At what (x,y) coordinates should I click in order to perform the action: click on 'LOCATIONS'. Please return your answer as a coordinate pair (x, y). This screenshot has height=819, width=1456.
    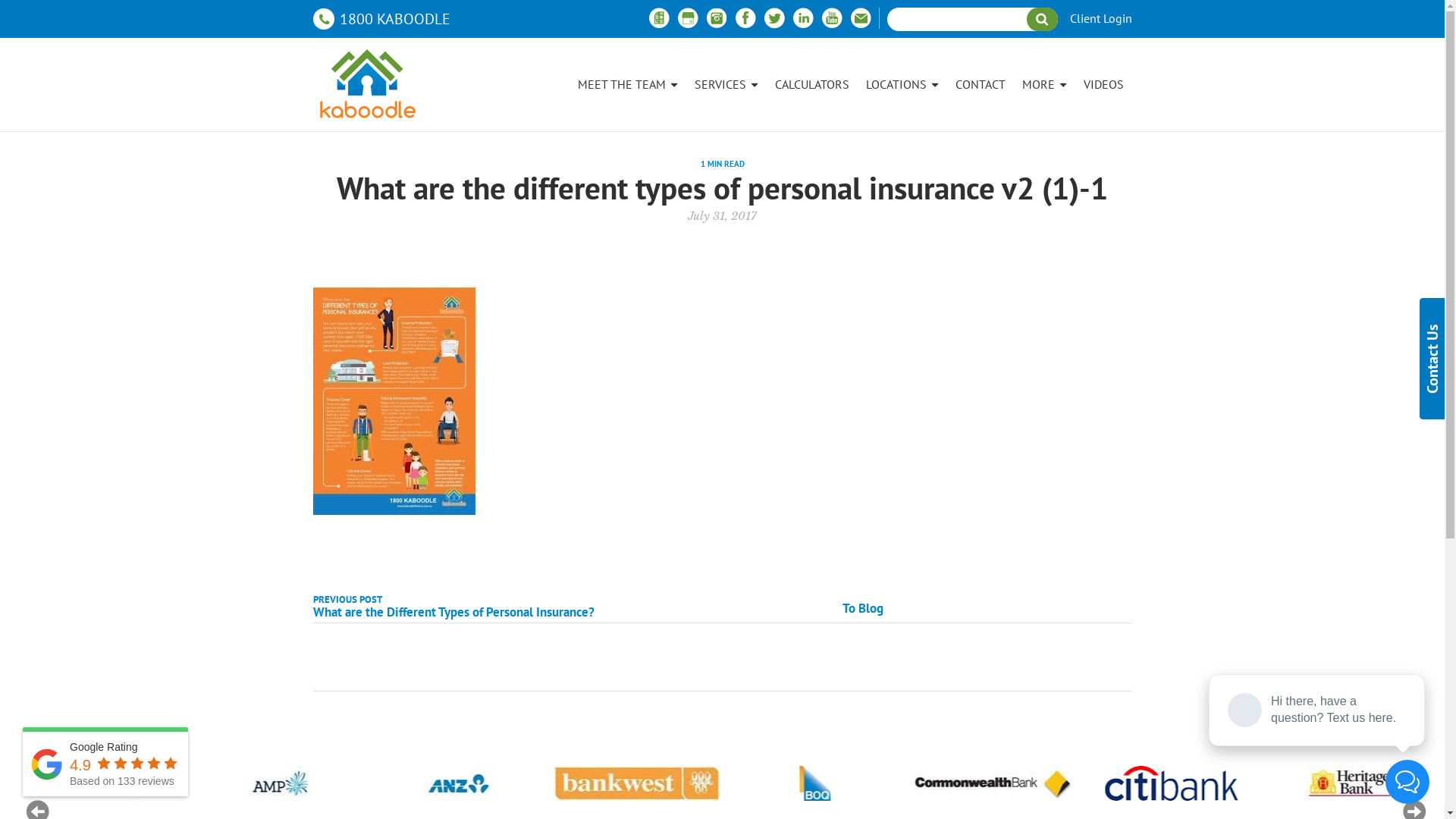
    Looking at the image, I should click on (902, 84).